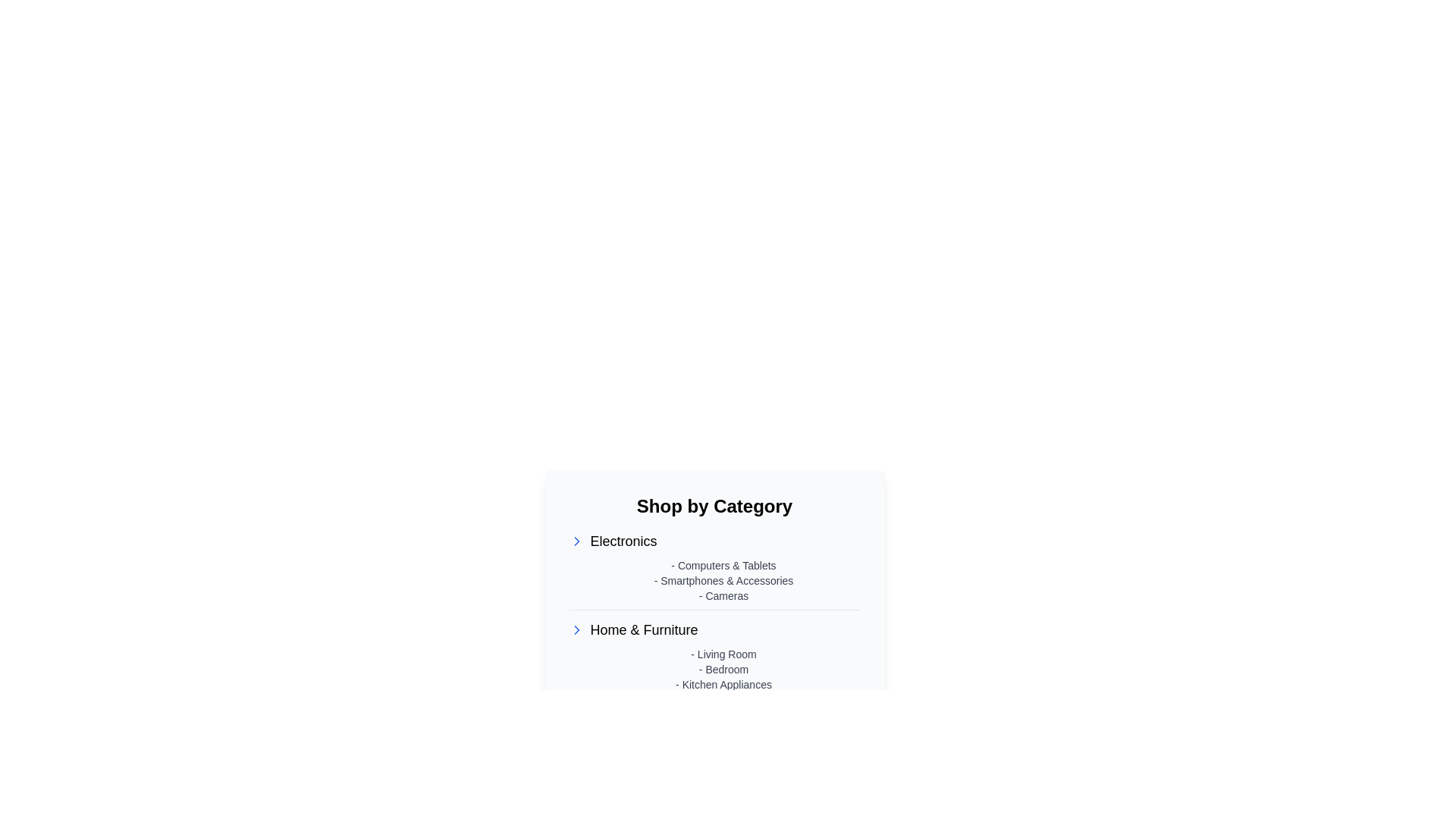 This screenshot has width=1456, height=819. What do you see at coordinates (714, 570) in the screenshot?
I see `a subcategory item under the 'Electronics' category for navigation` at bounding box center [714, 570].